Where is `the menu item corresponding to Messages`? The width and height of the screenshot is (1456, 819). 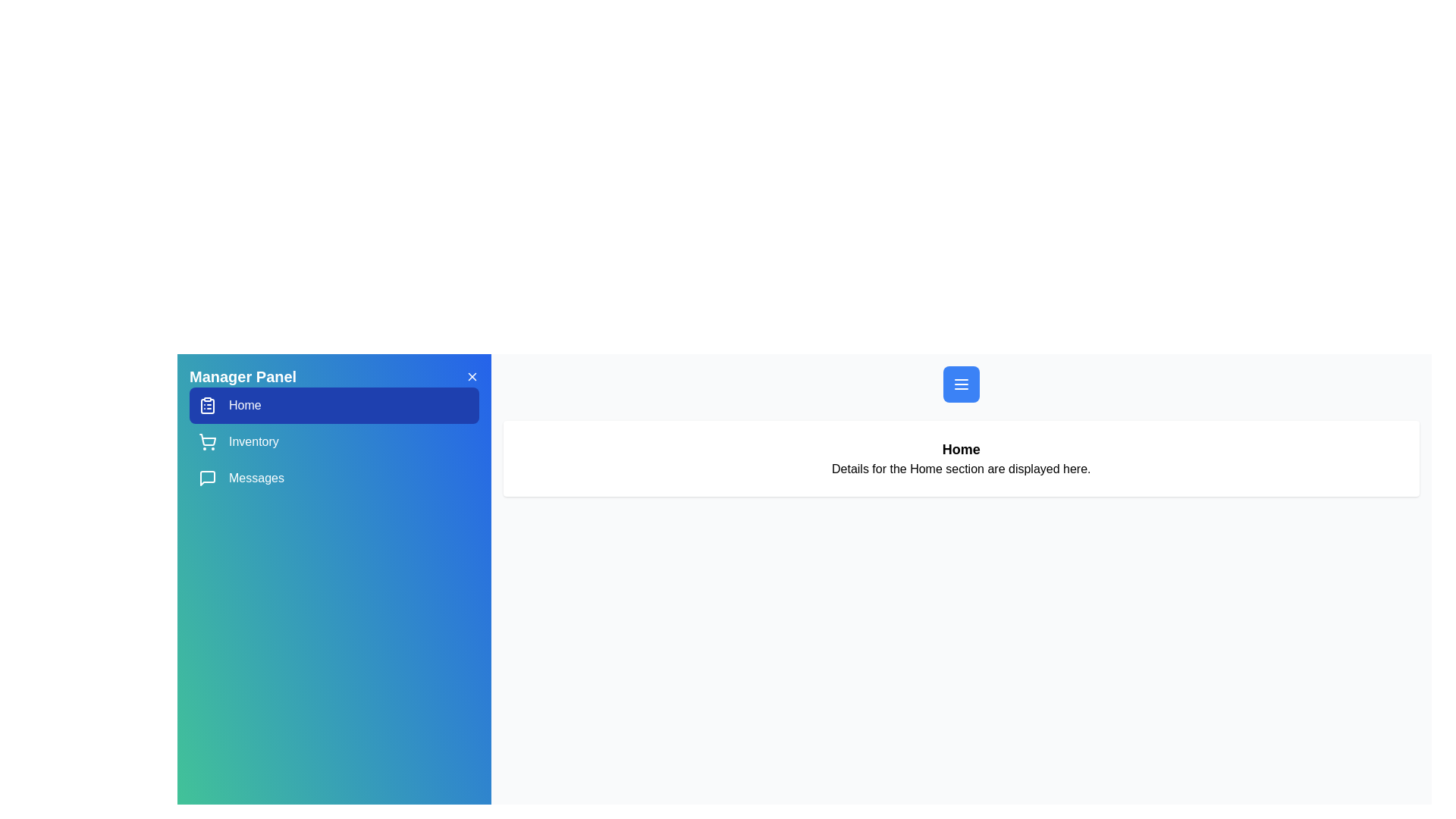 the menu item corresponding to Messages is located at coordinates (333, 479).